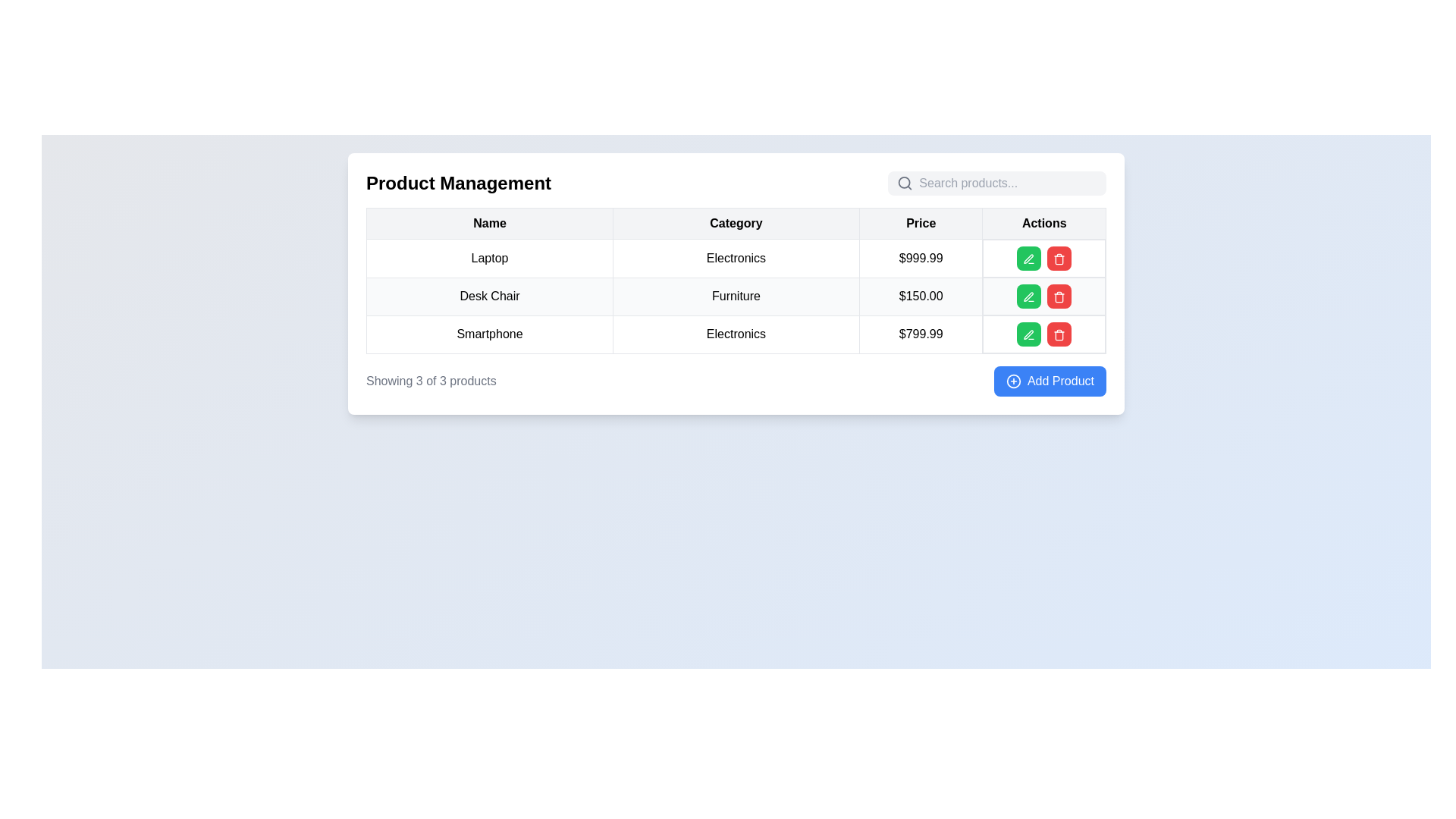  I want to click on the text field displaying 'Furniture' in the second row of the table under the 'Category' column, so click(736, 296).